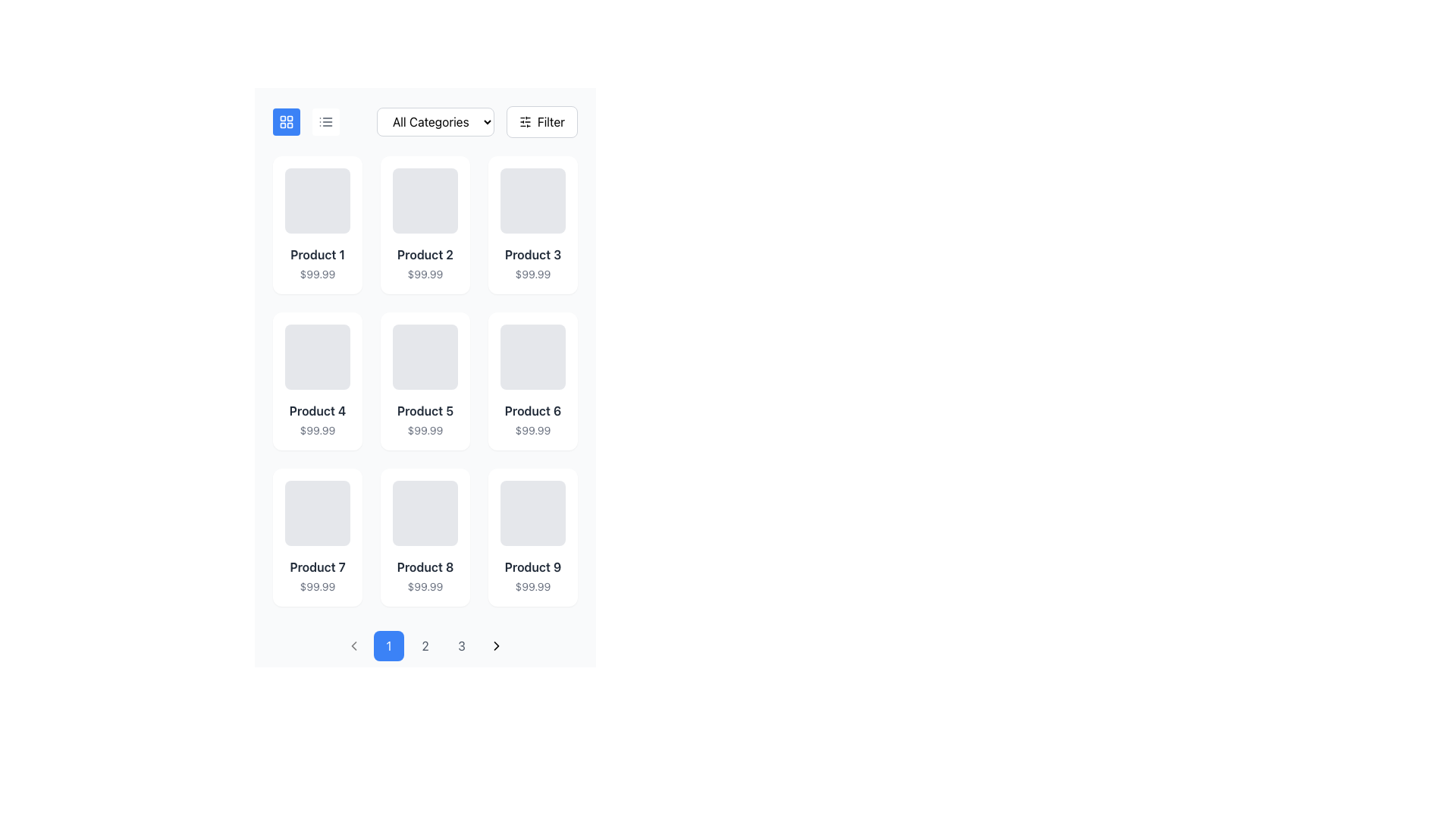  I want to click on the card element containing product details for 'Product 6' within the grid layout, so click(532, 380).